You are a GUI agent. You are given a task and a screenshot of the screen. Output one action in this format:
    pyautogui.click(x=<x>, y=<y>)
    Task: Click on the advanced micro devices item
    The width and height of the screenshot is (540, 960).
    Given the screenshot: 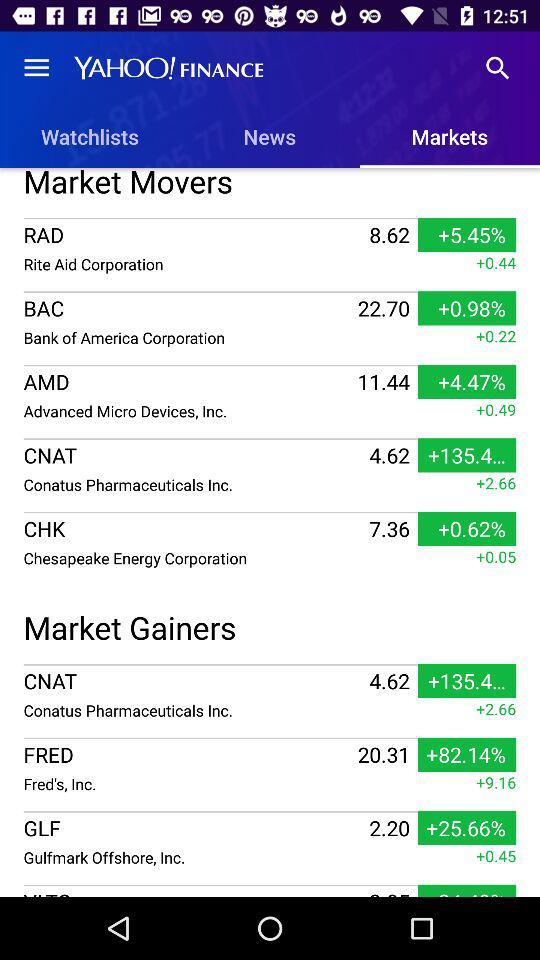 What is the action you would take?
    pyautogui.click(x=188, y=410)
    